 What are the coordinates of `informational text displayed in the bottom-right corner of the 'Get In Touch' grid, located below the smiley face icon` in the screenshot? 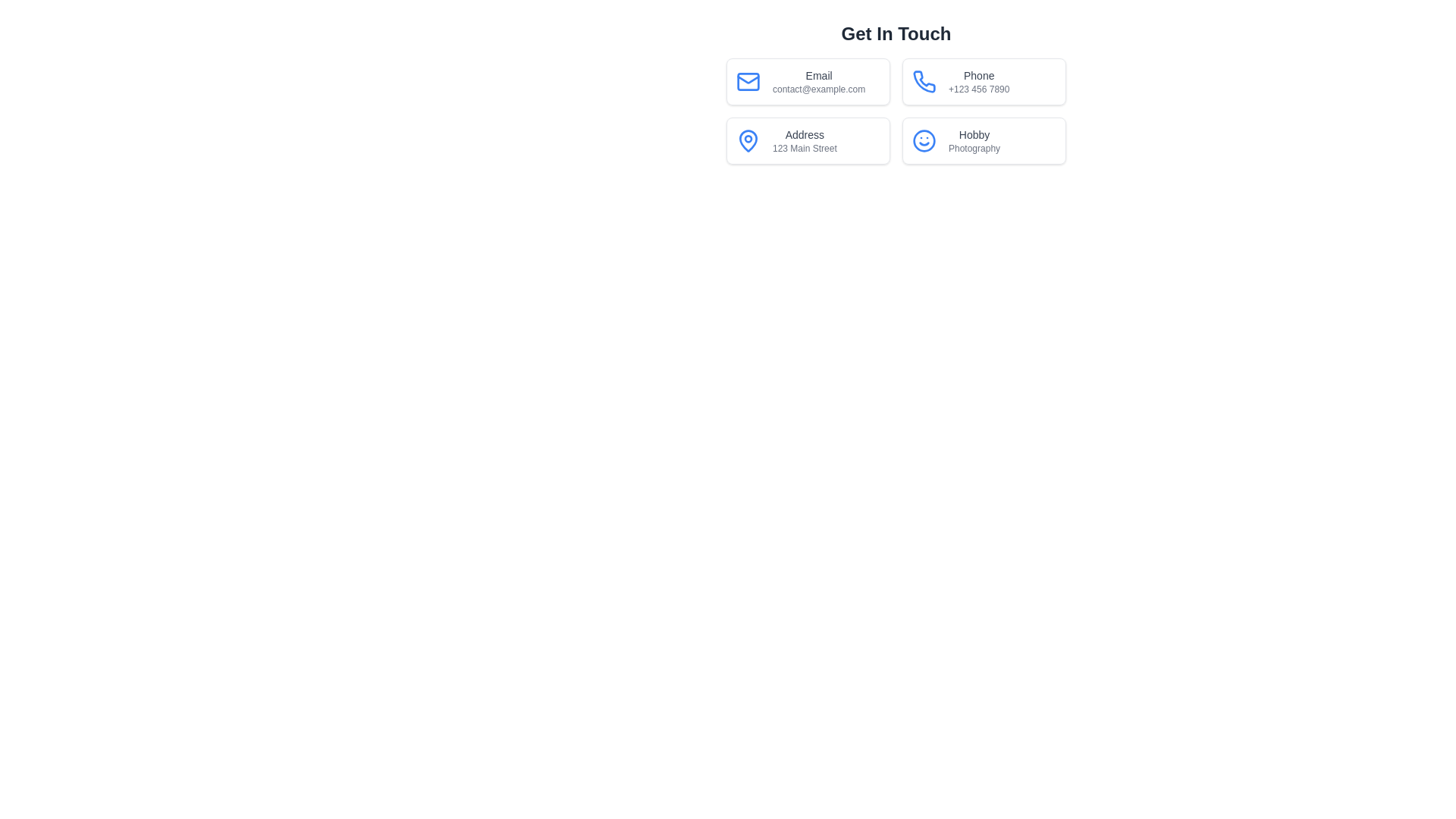 It's located at (974, 140).